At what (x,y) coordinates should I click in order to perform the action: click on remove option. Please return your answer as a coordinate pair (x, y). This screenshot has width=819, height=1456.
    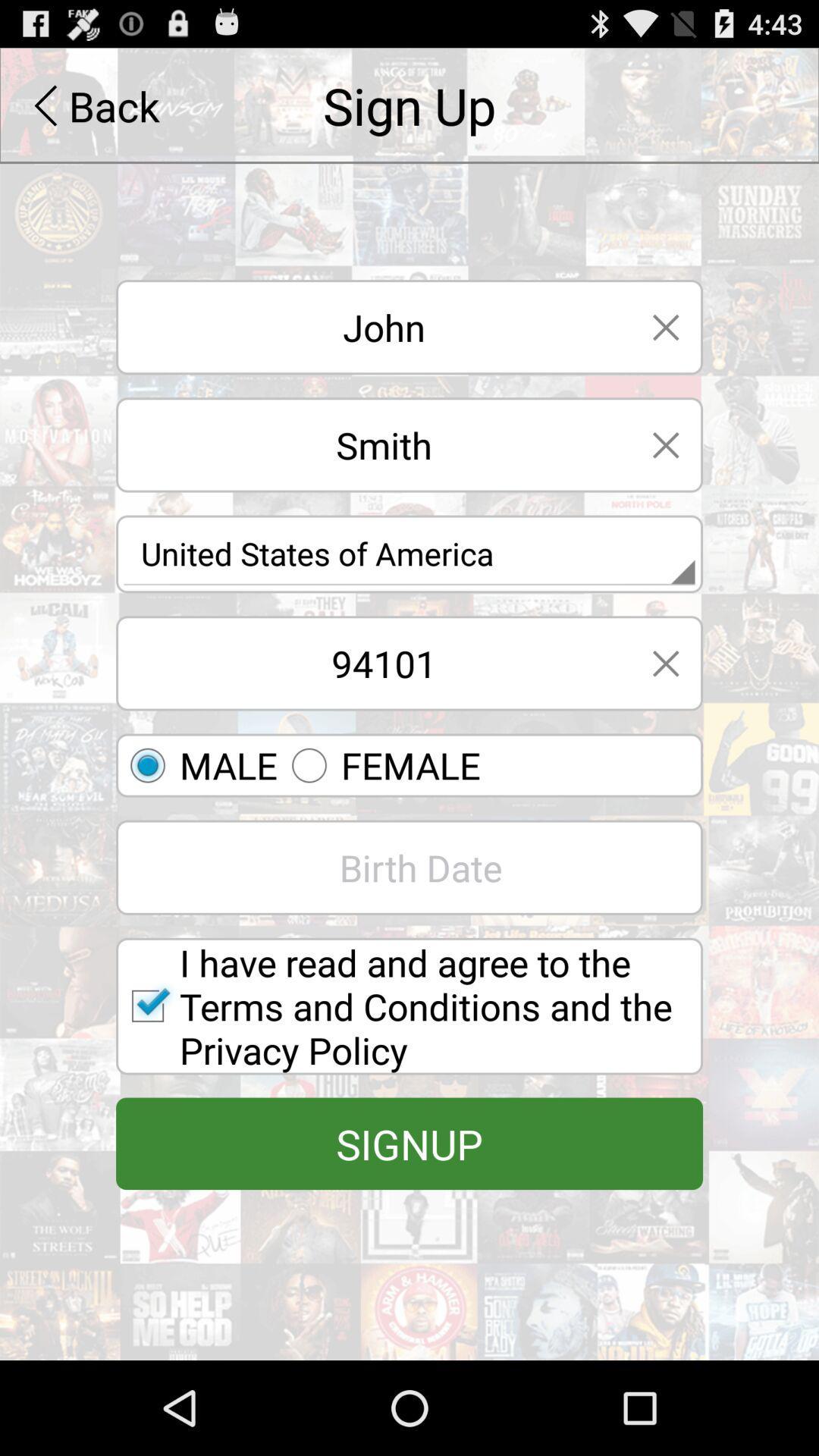
    Looking at the image, I should click on (665, 326).